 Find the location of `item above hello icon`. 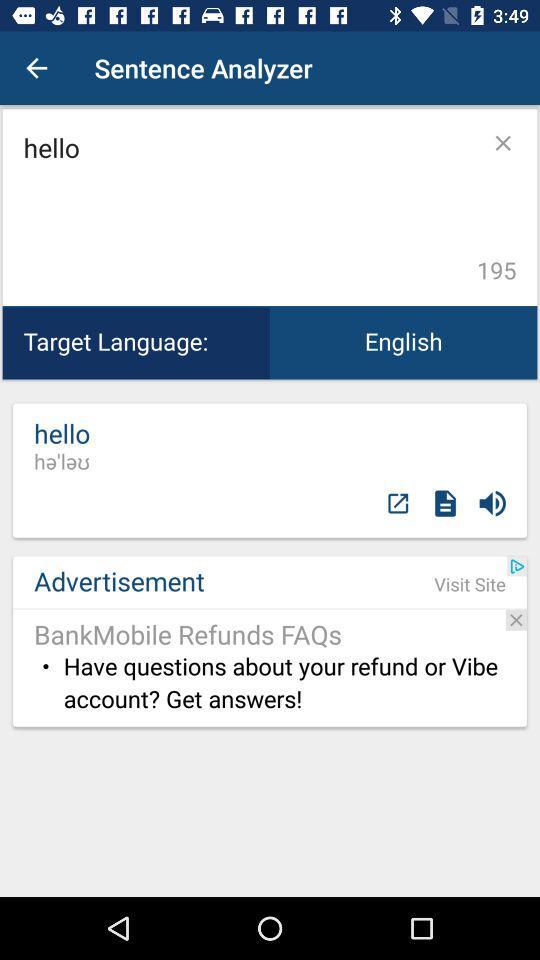

item above hello icon is located at coordinates (36, 68).